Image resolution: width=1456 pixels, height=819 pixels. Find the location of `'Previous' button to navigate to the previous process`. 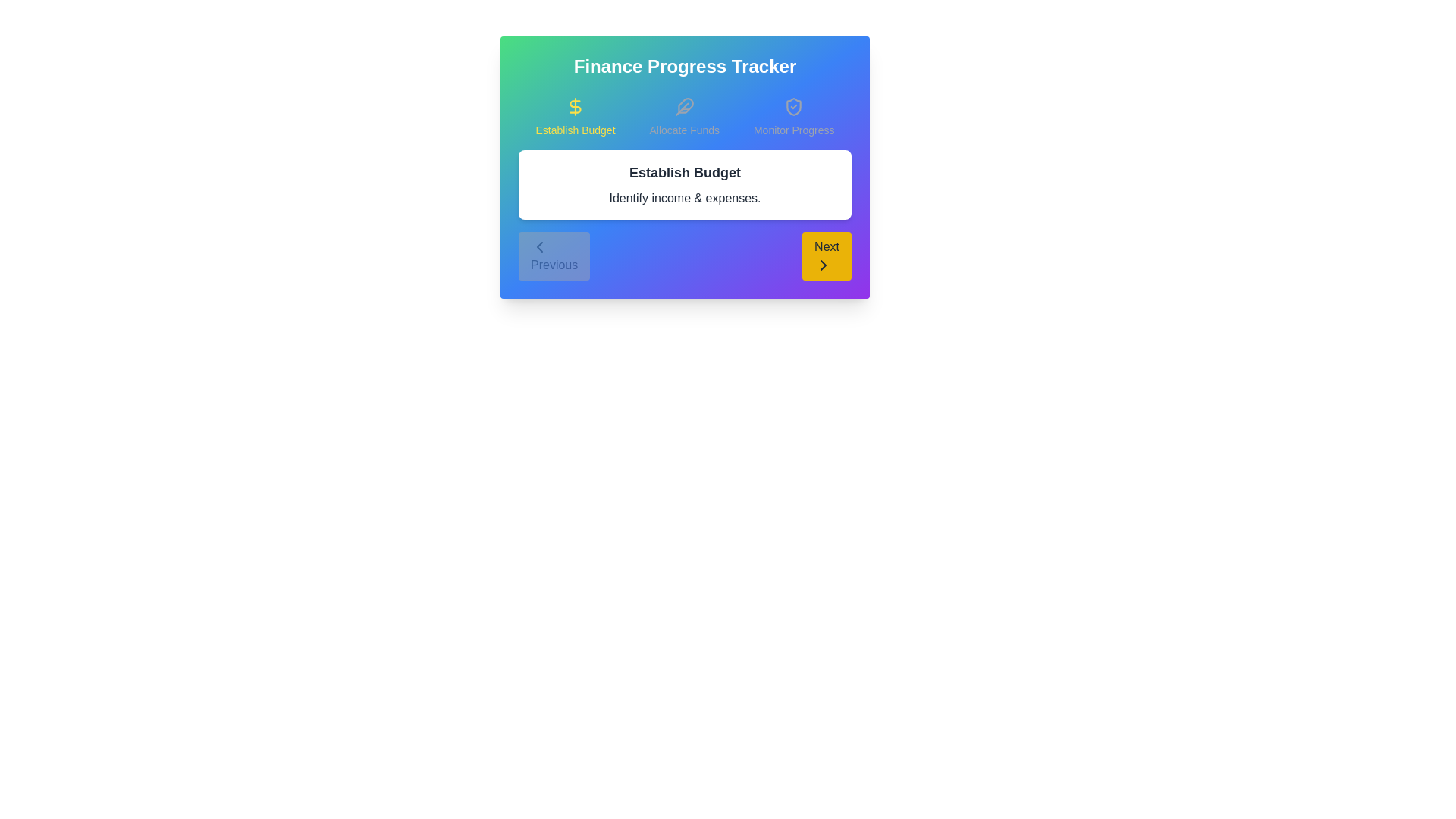

'Previous' button to navigate to the previous process is located at coordinates (554, 256).